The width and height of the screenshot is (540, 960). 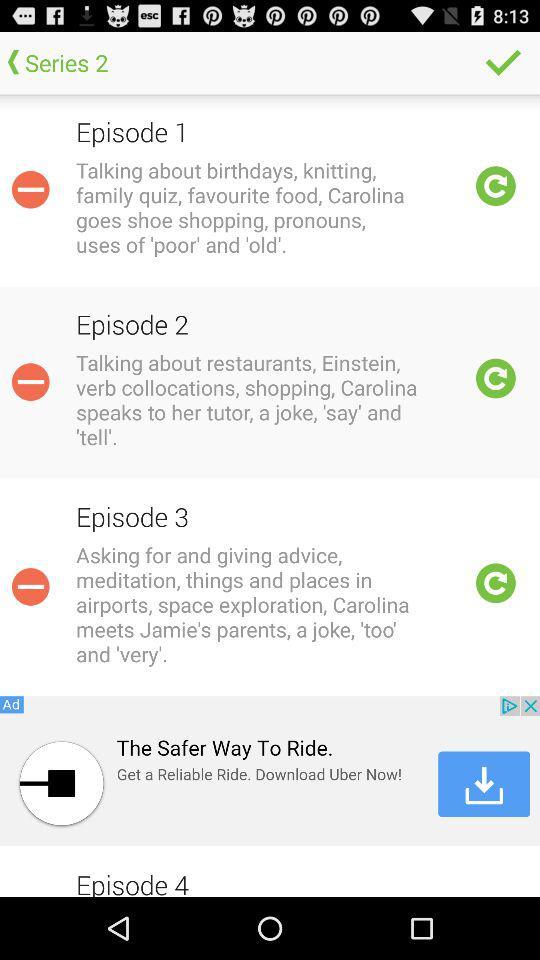 What do you see at coordinates (29, 586) in the screenshot?
I see `remove episode` at bounding box center [29, 586].